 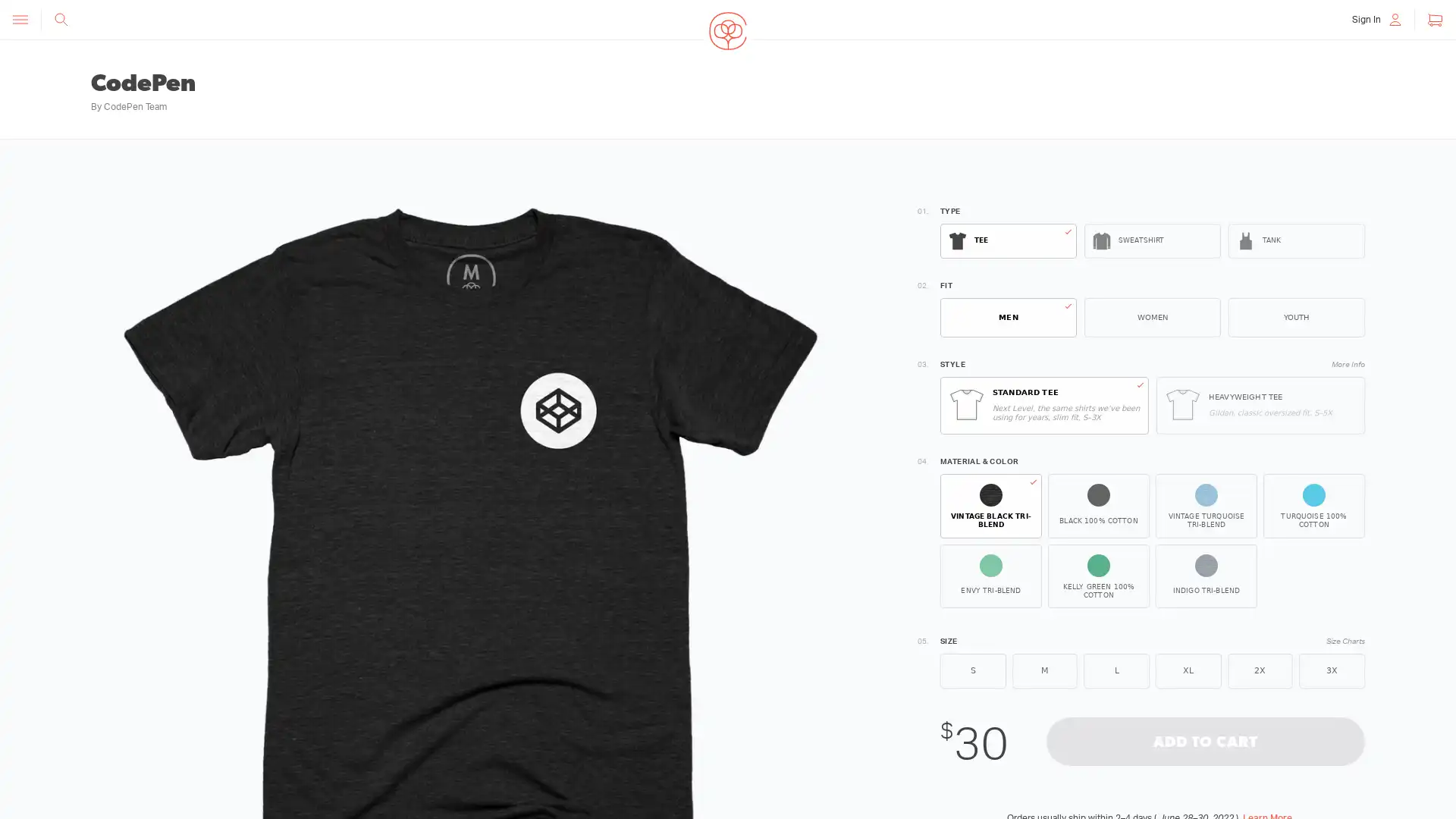 I want to click on S, so click(x=972, y=670).